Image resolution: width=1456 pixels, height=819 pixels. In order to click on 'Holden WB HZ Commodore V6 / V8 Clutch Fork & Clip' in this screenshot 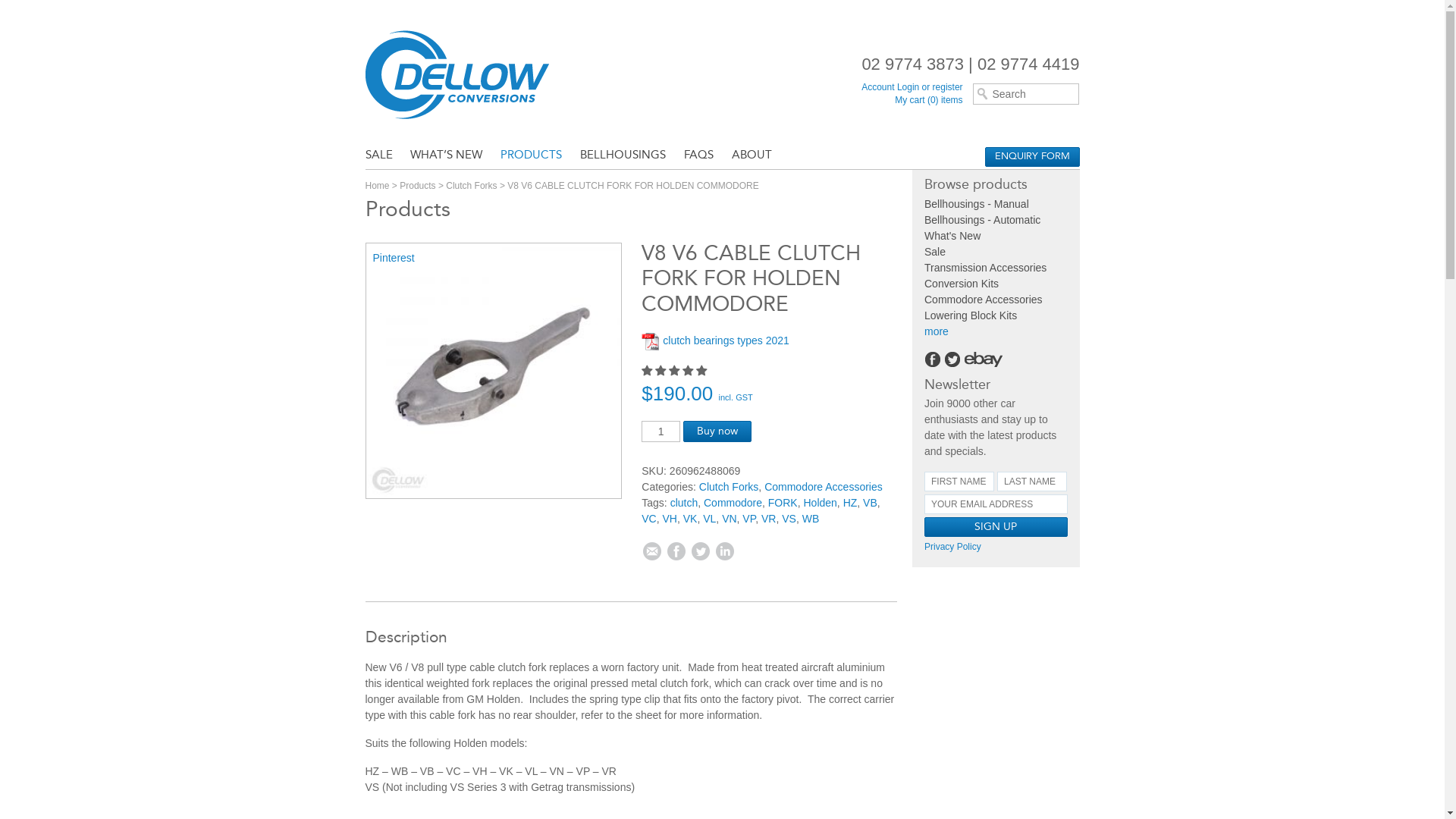, I will do `click(494, 371)`.